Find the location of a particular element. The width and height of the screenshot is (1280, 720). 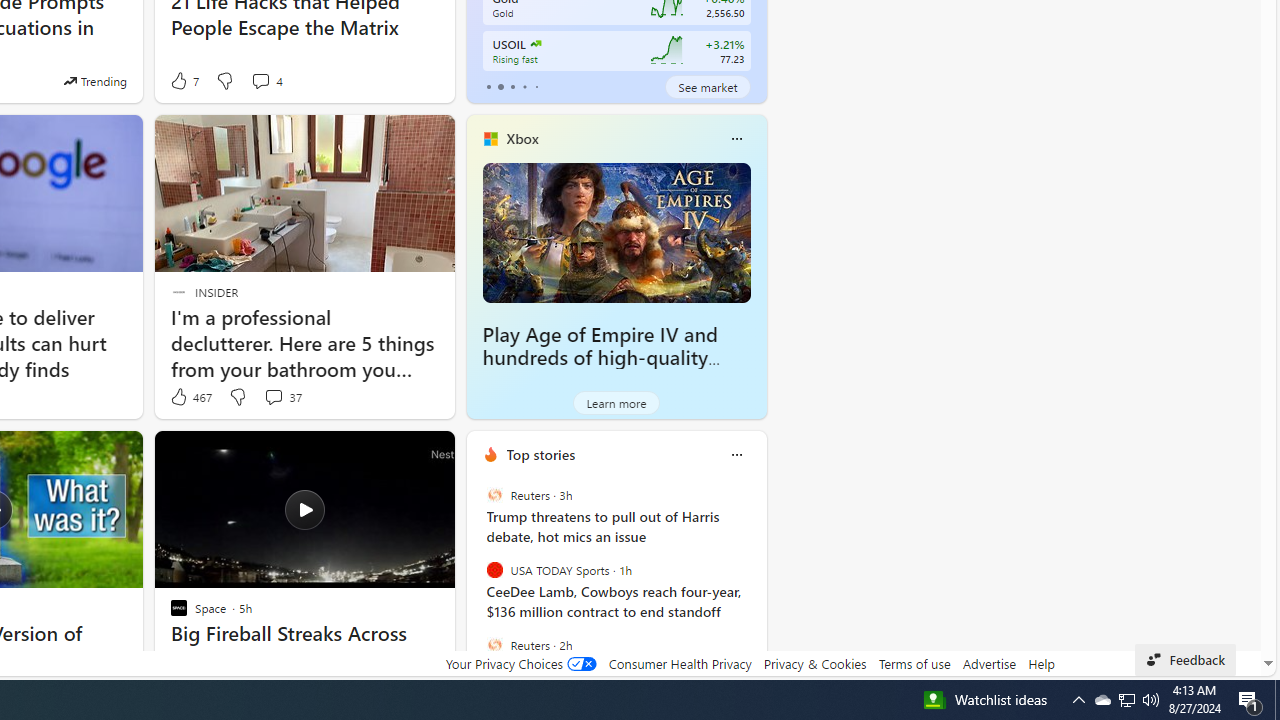

'USA TODAY Sports' is located at coordinates (494, 570).